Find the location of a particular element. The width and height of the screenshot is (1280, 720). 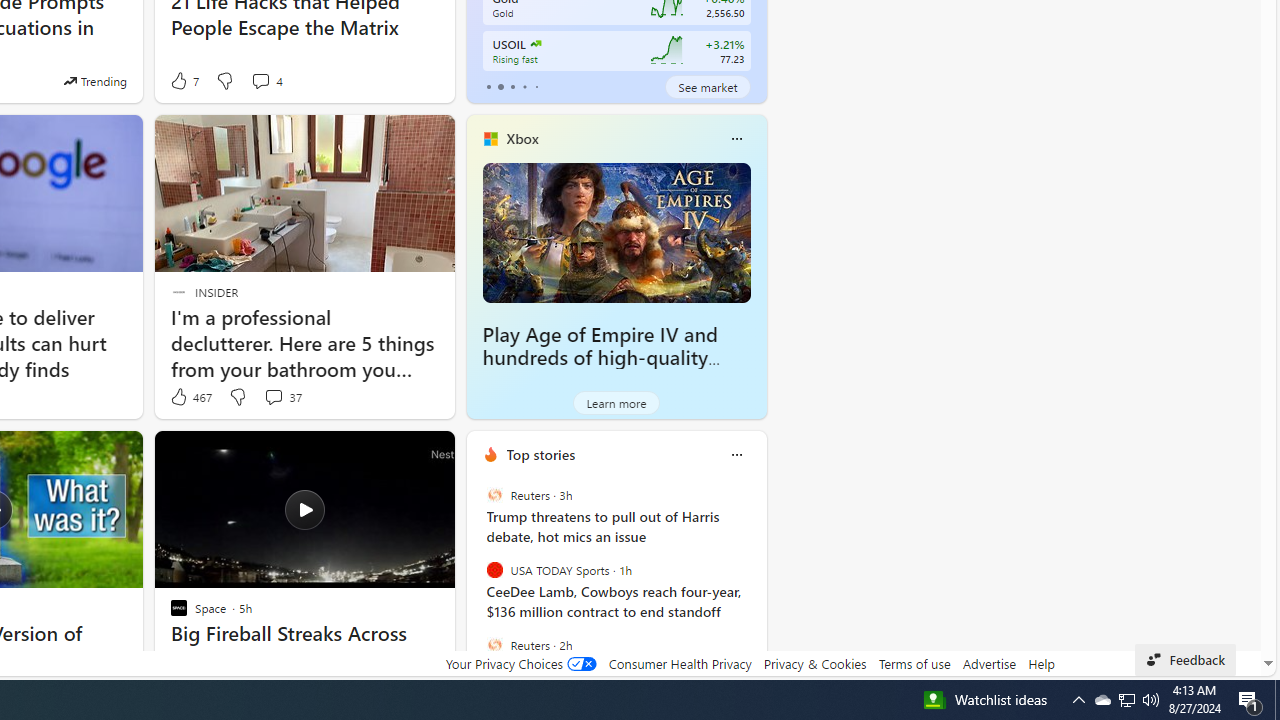

'USA TODAY Sports' is located at coordinates (494, 570).